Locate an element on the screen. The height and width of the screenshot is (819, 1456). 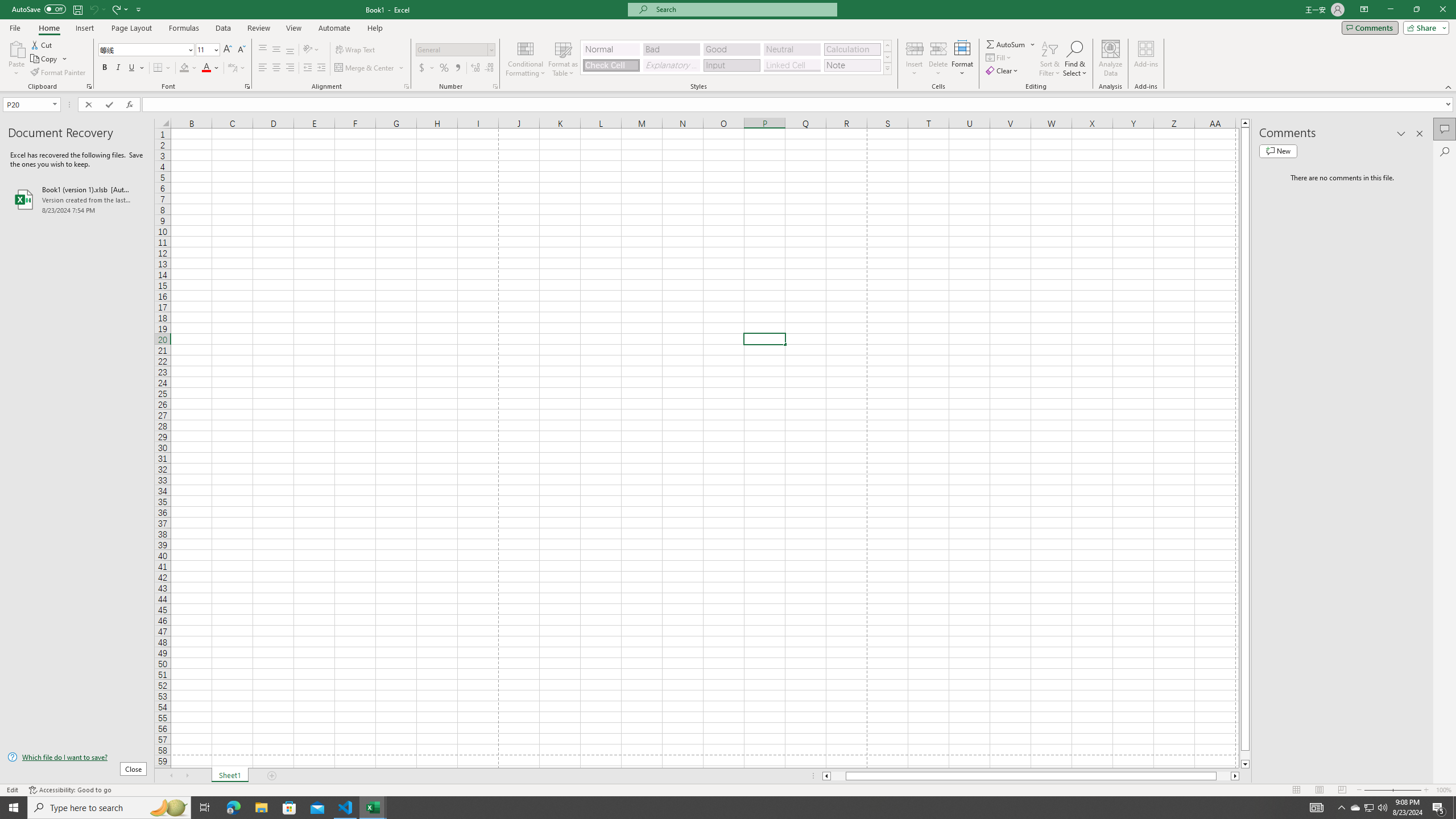
'Good' is located at coordinates (731, 49).